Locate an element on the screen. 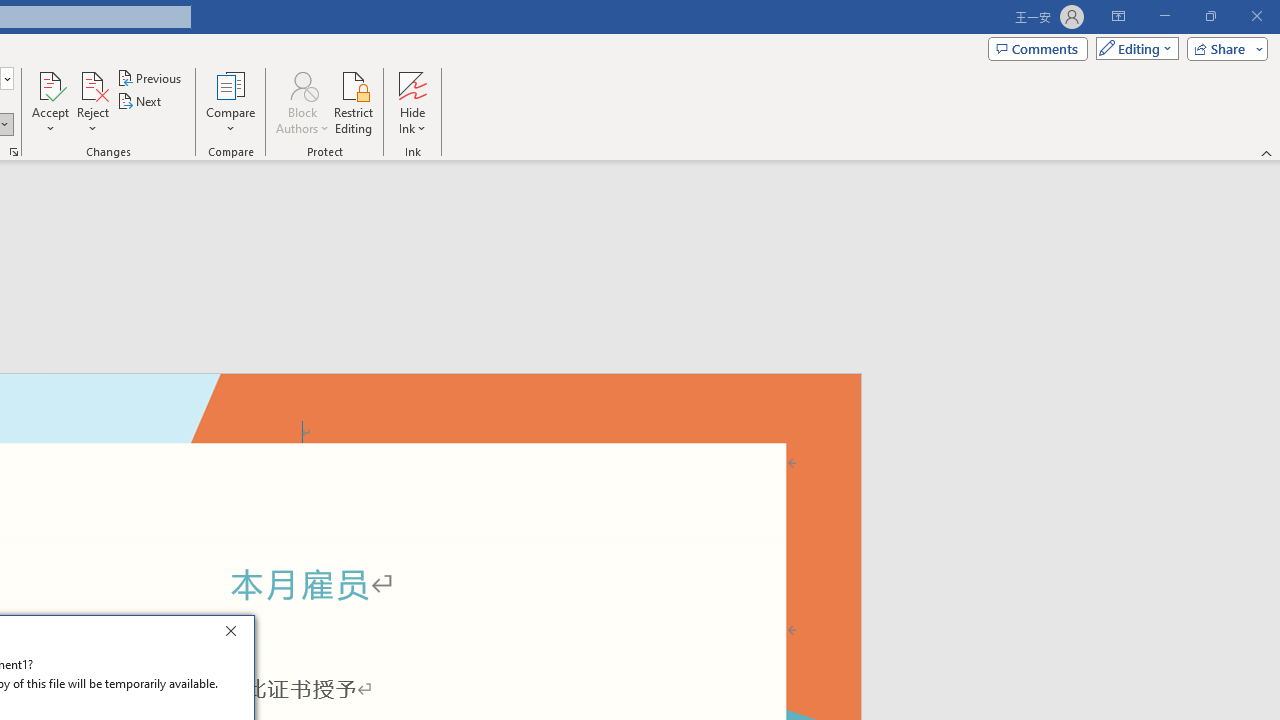  'Open' is located at coordinates (6, 77).